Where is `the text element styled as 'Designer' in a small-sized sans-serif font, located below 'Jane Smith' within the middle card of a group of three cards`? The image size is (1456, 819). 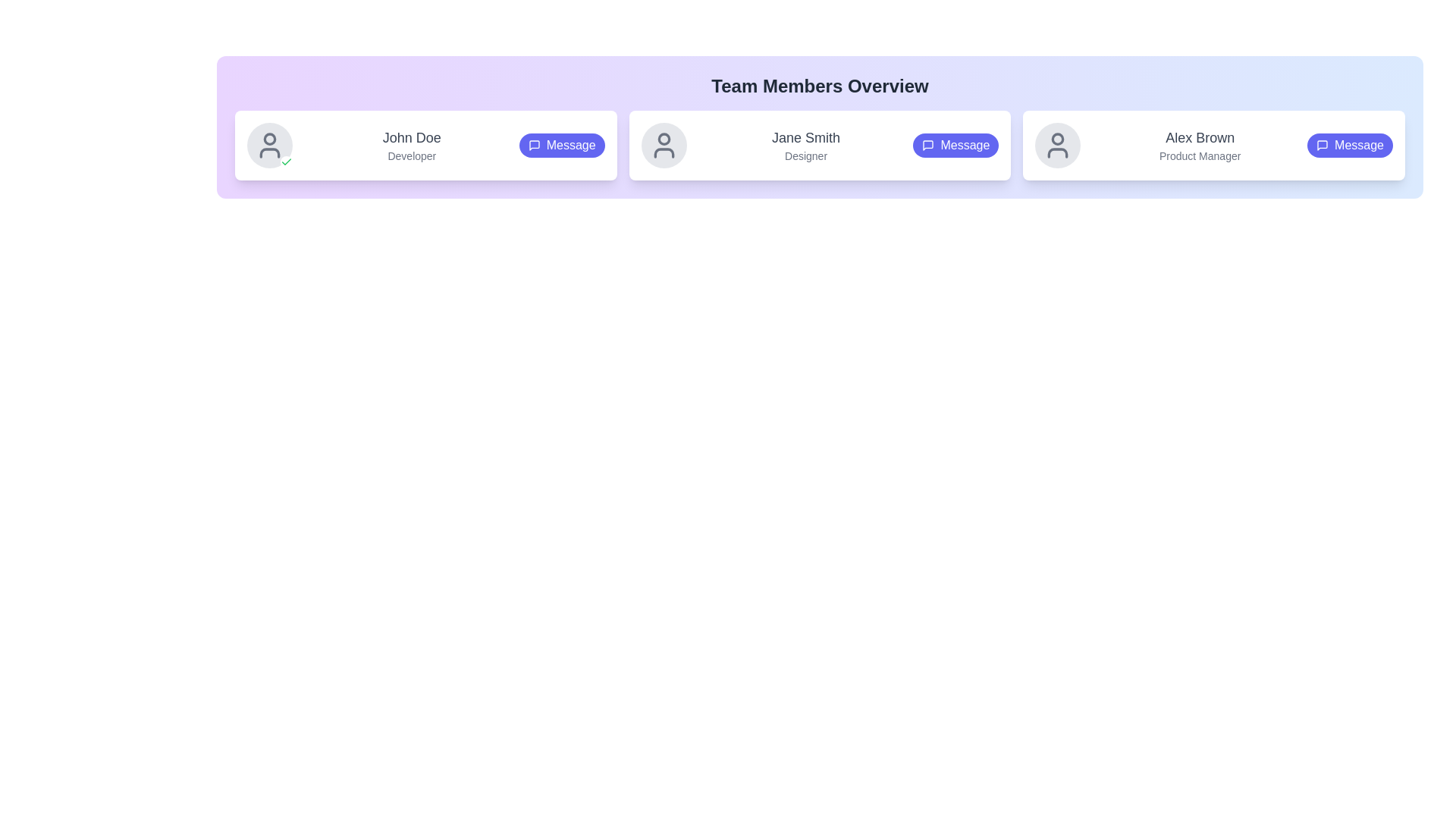
the text element styled as 'Designer' in a small-sized sans-serif font, located below 'Jane Smith' within the middle card of a group of three cards is located at coordinates (805, 155).